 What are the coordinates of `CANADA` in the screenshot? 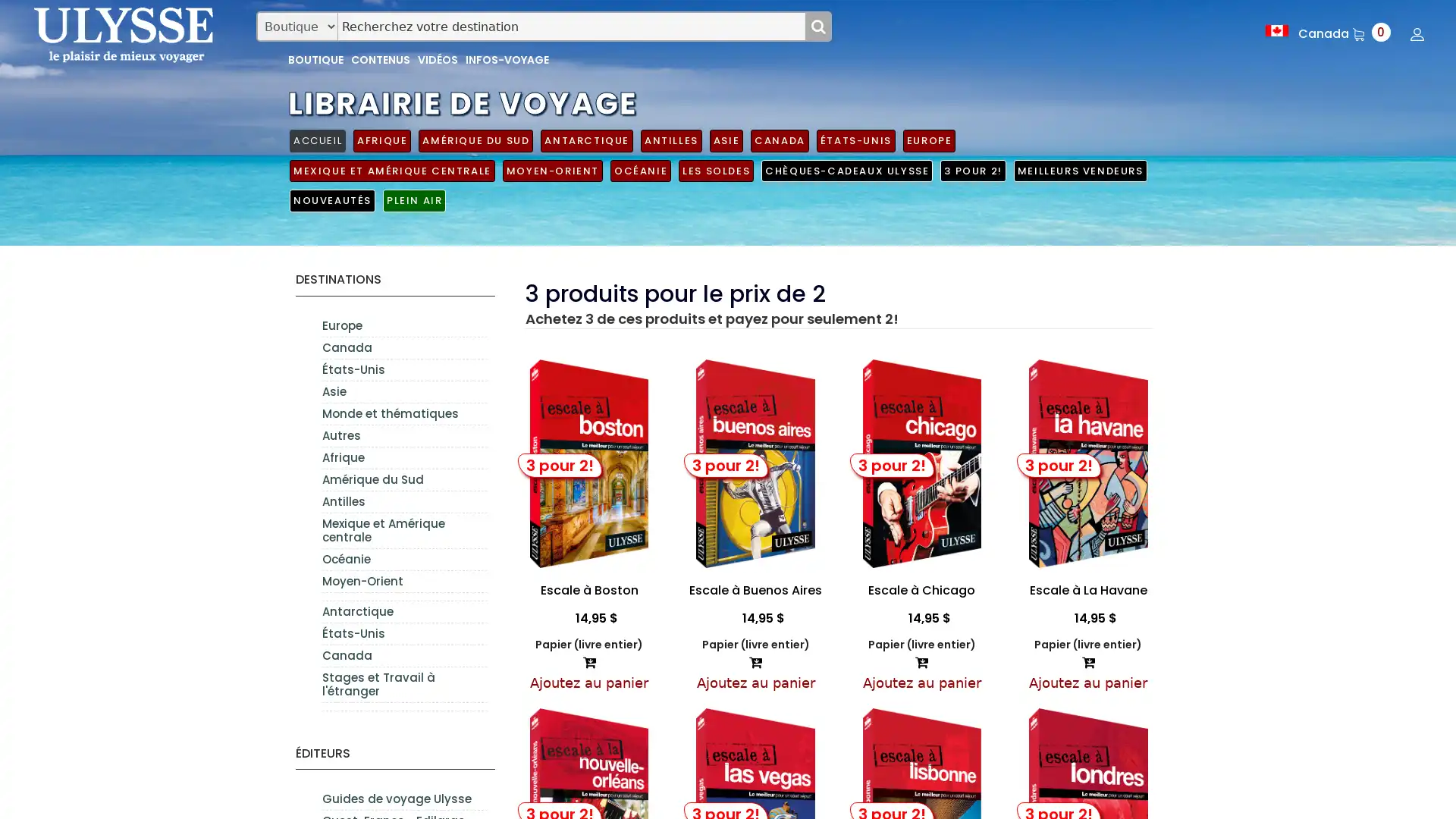 It's located at (779, 140).